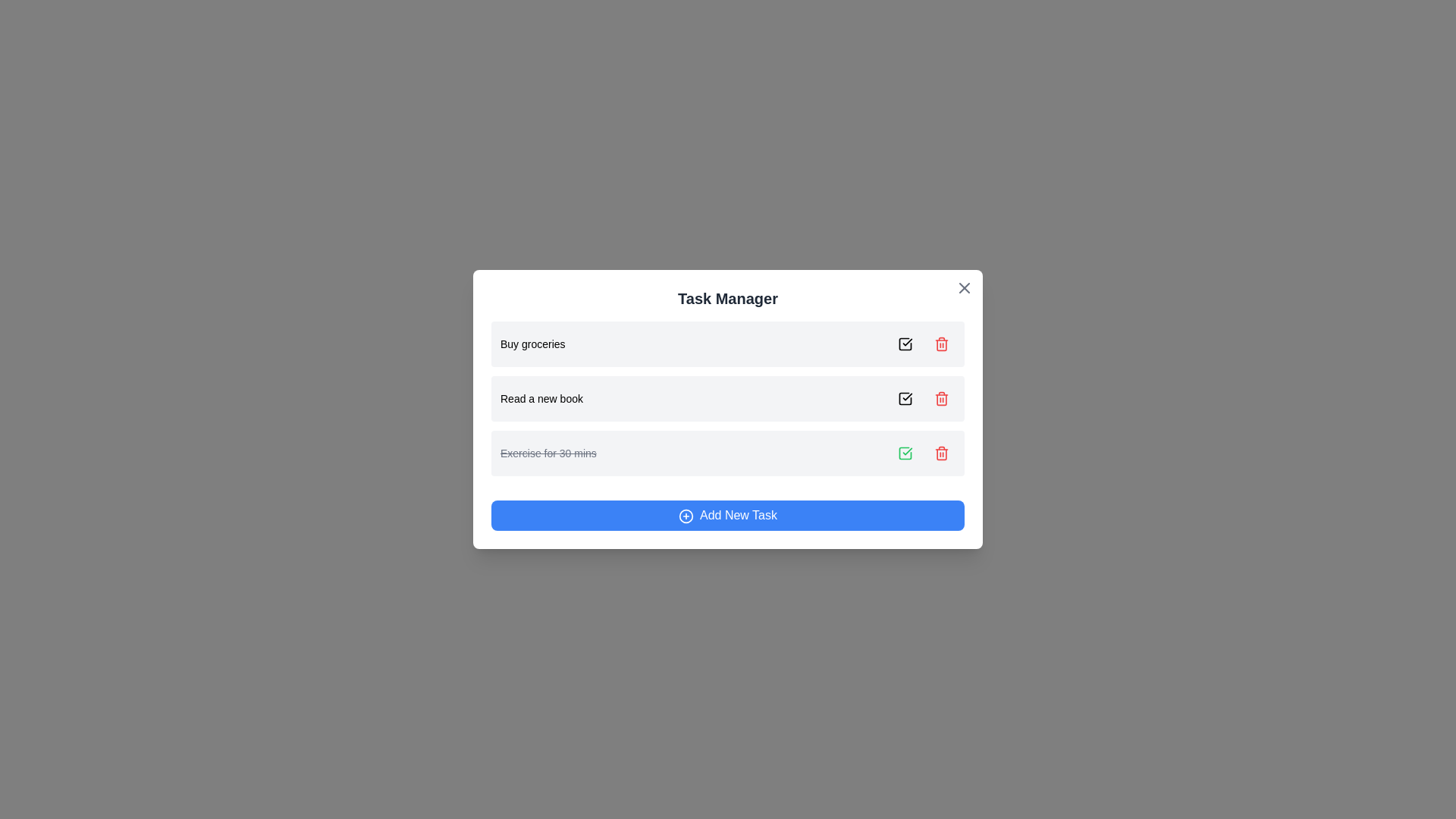  I want to click on the Checkbox icon located on the right side of the first task row labeled 'Buy groceries', so click(905, 344).